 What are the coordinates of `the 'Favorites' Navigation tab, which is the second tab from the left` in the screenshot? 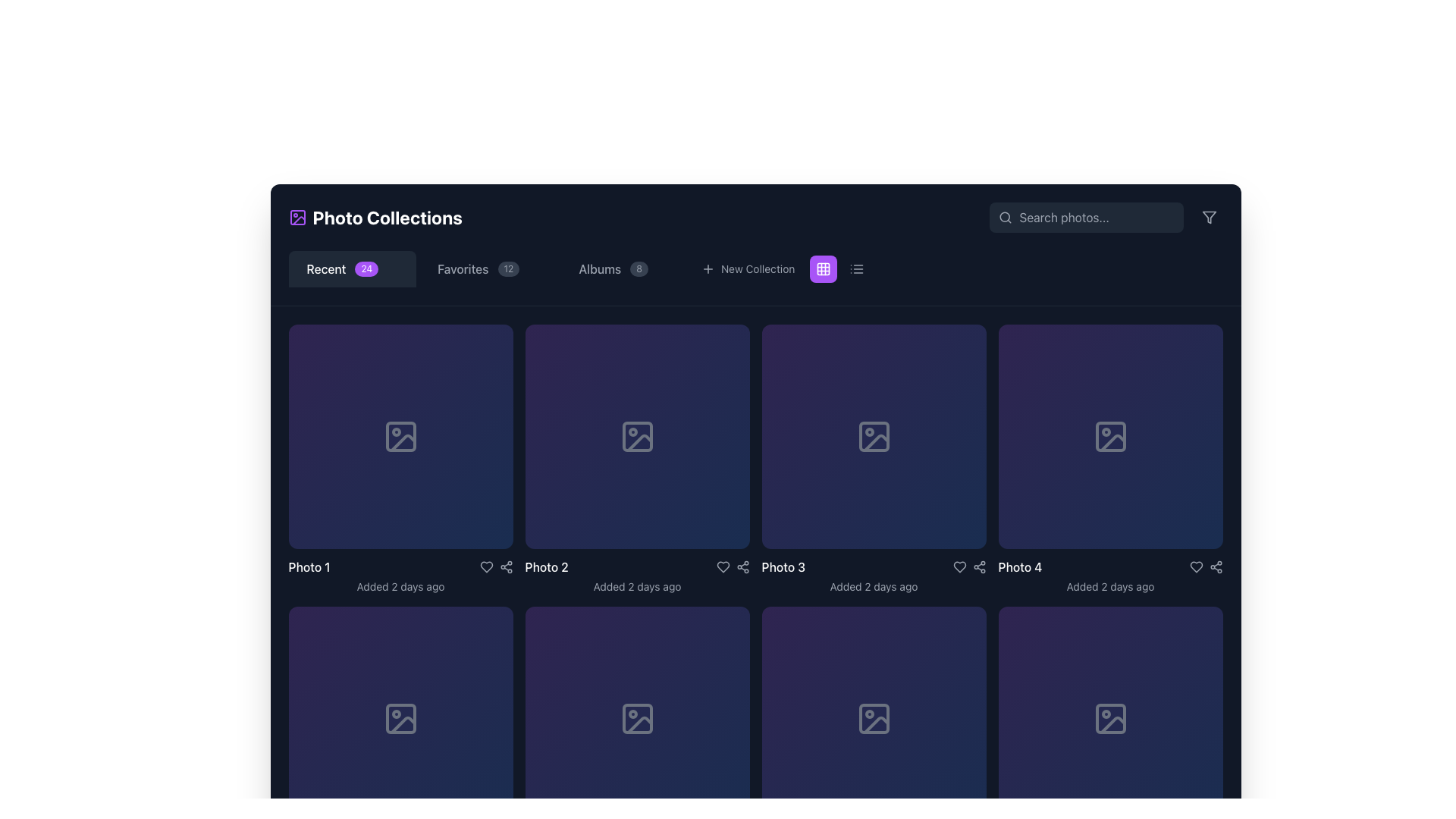 It's located at (488, 268).